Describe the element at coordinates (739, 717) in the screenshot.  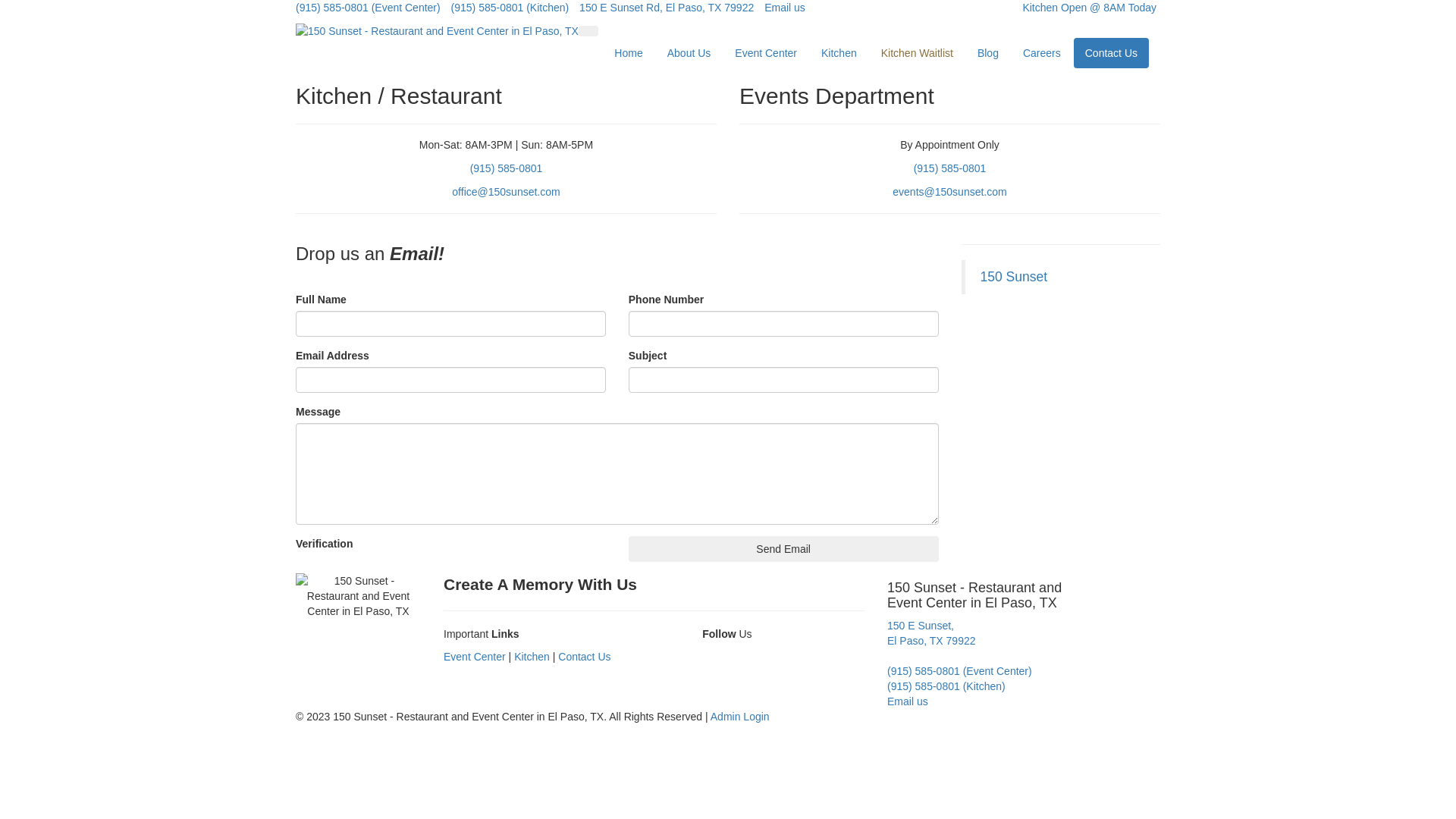
I see `'Admin Login'` at that location.